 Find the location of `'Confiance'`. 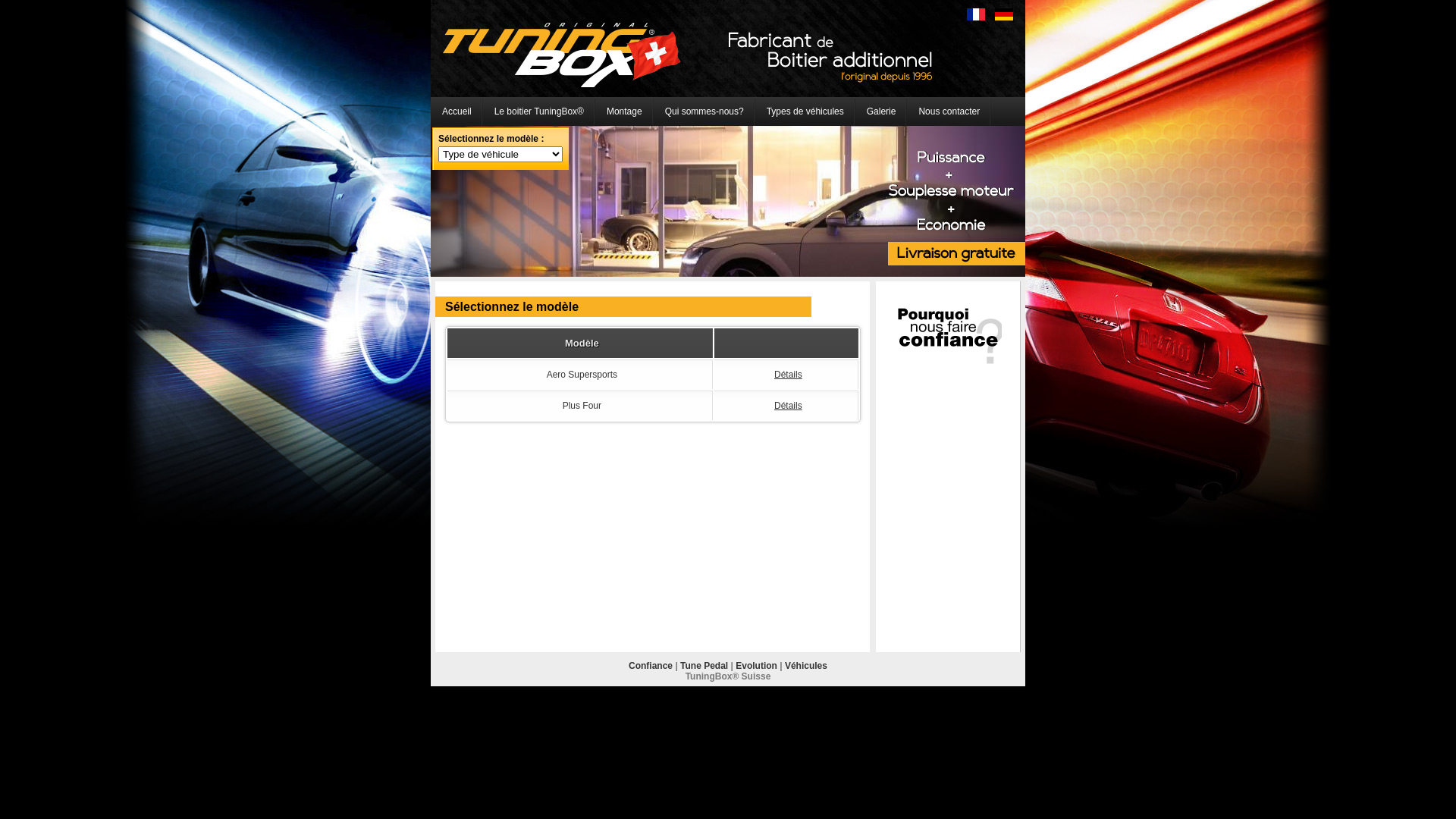

'Confiance' is located at coordinates (651, 665).